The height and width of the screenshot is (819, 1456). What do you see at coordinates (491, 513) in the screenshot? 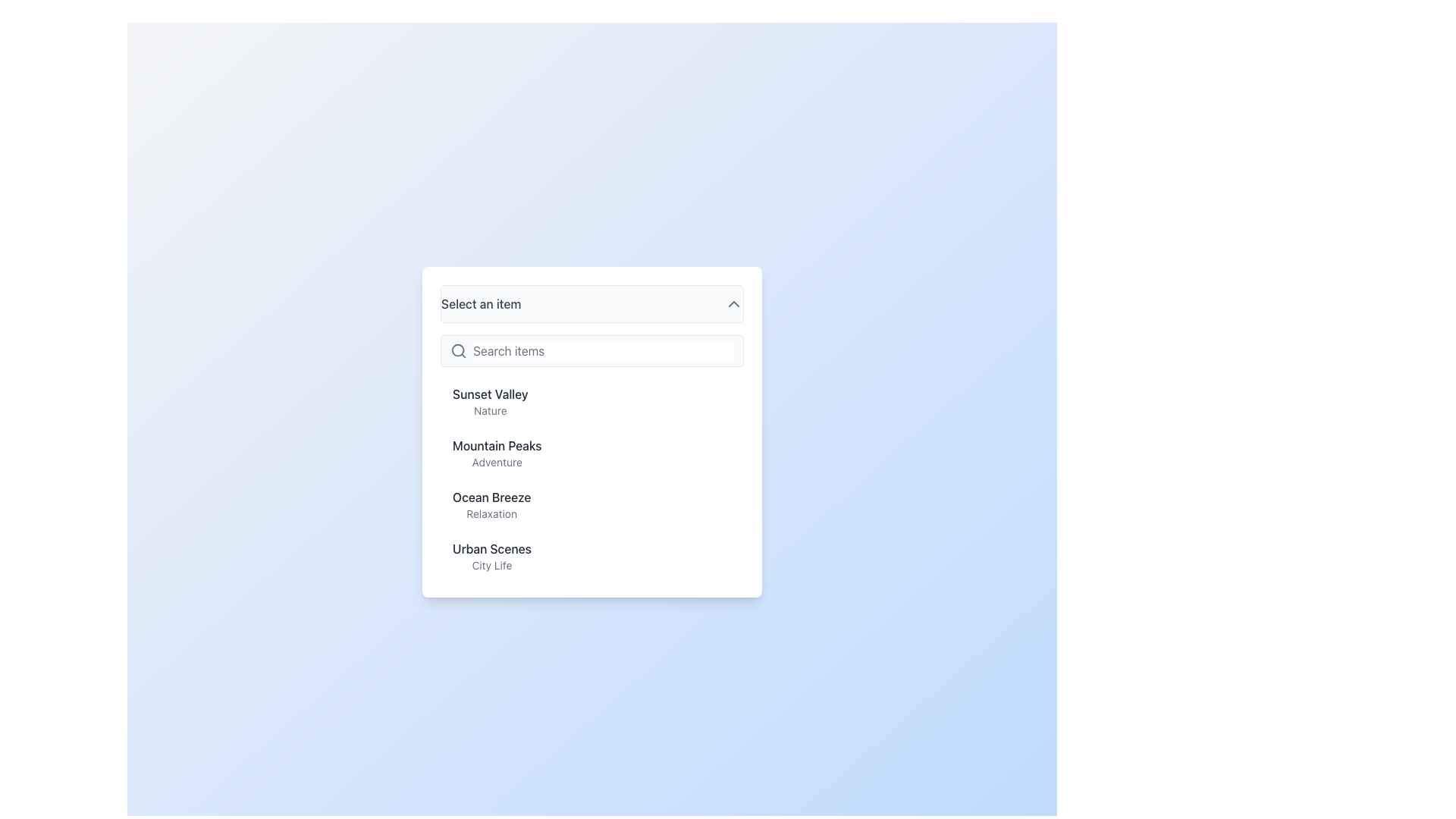
I see `the Text Label that categorizes the title 'Ocean Breeze', specifically the label 'Relaxation', located immediately beneath it in the dropdown menu` at bounding box center [491, 513].